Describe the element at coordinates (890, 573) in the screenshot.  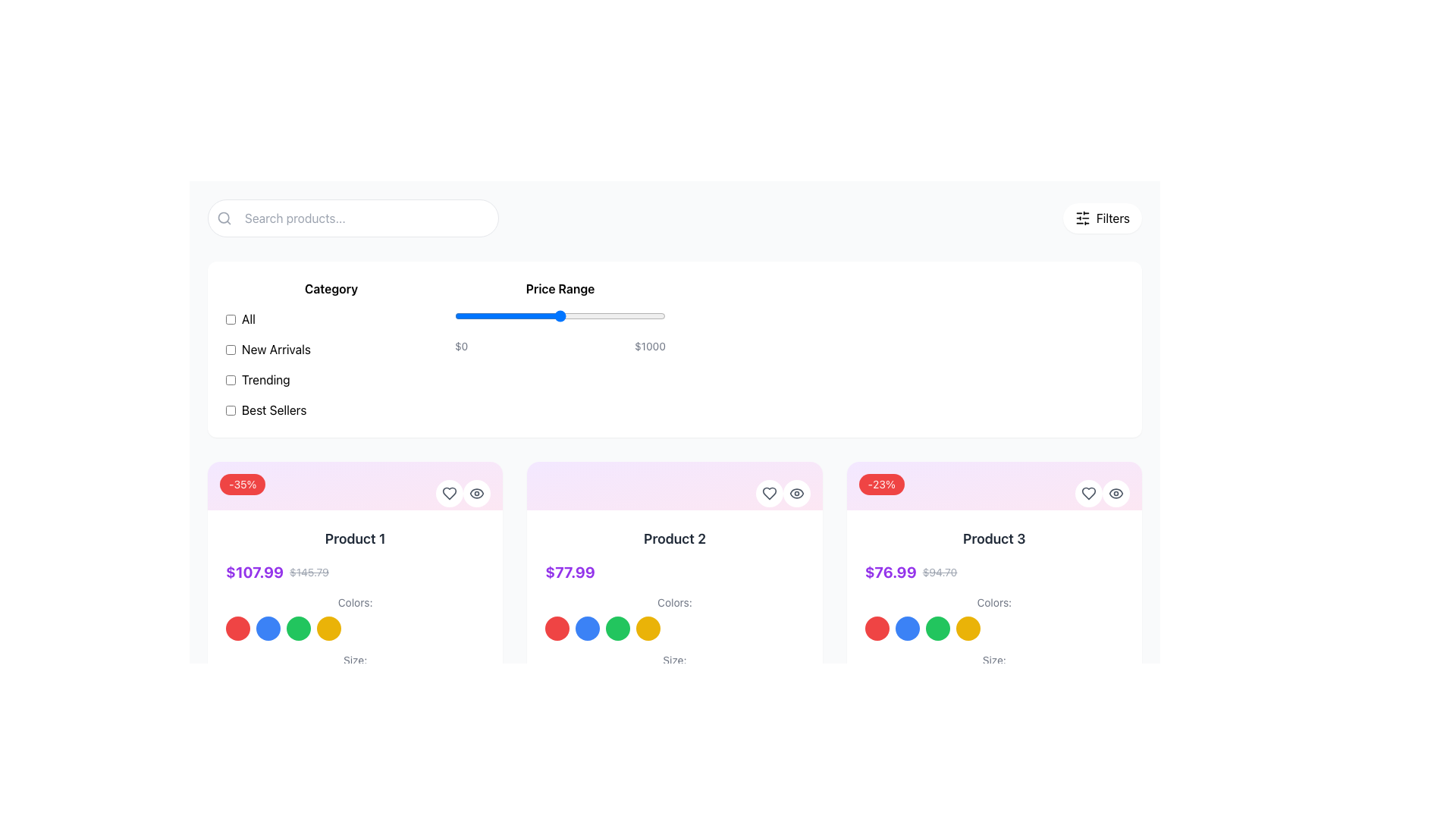
I see `the text display showing the current price of 'Product 3', which is centrally located under the product title and near the comparison price` at that location.